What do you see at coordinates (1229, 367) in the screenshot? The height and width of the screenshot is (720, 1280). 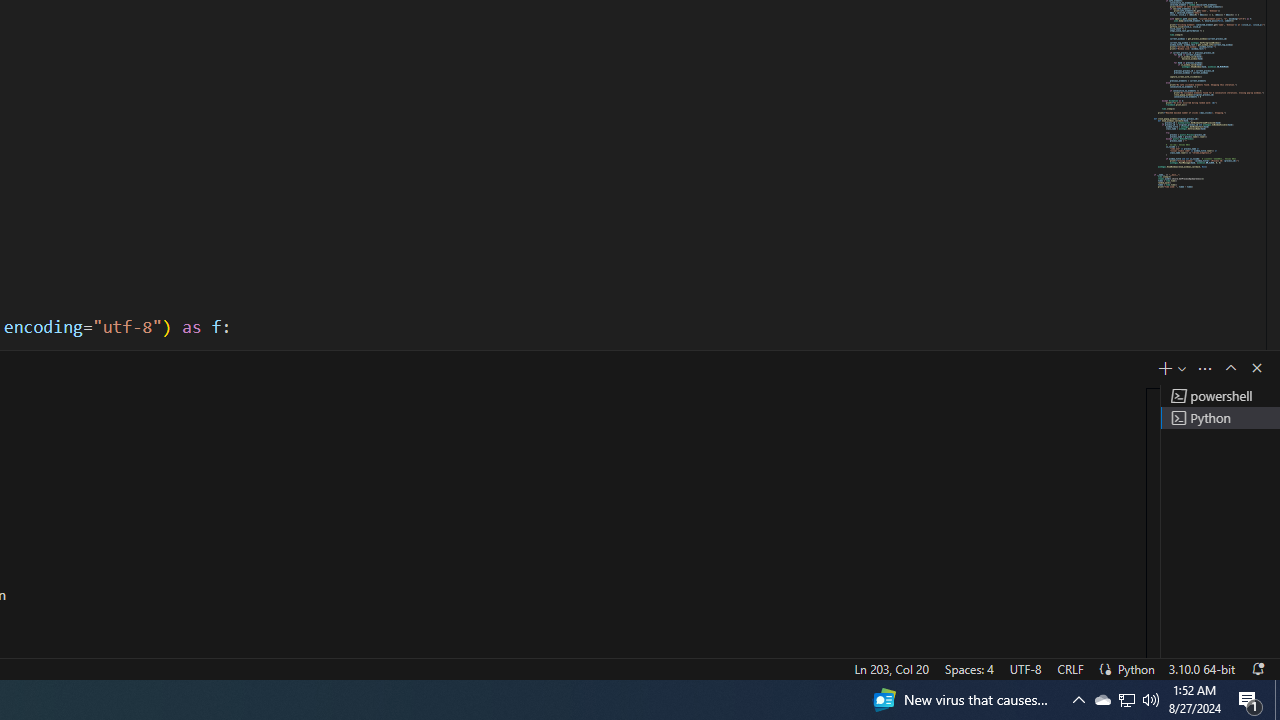 I see `'Maximize Panel Size'` at bounding box center [1229, 367].